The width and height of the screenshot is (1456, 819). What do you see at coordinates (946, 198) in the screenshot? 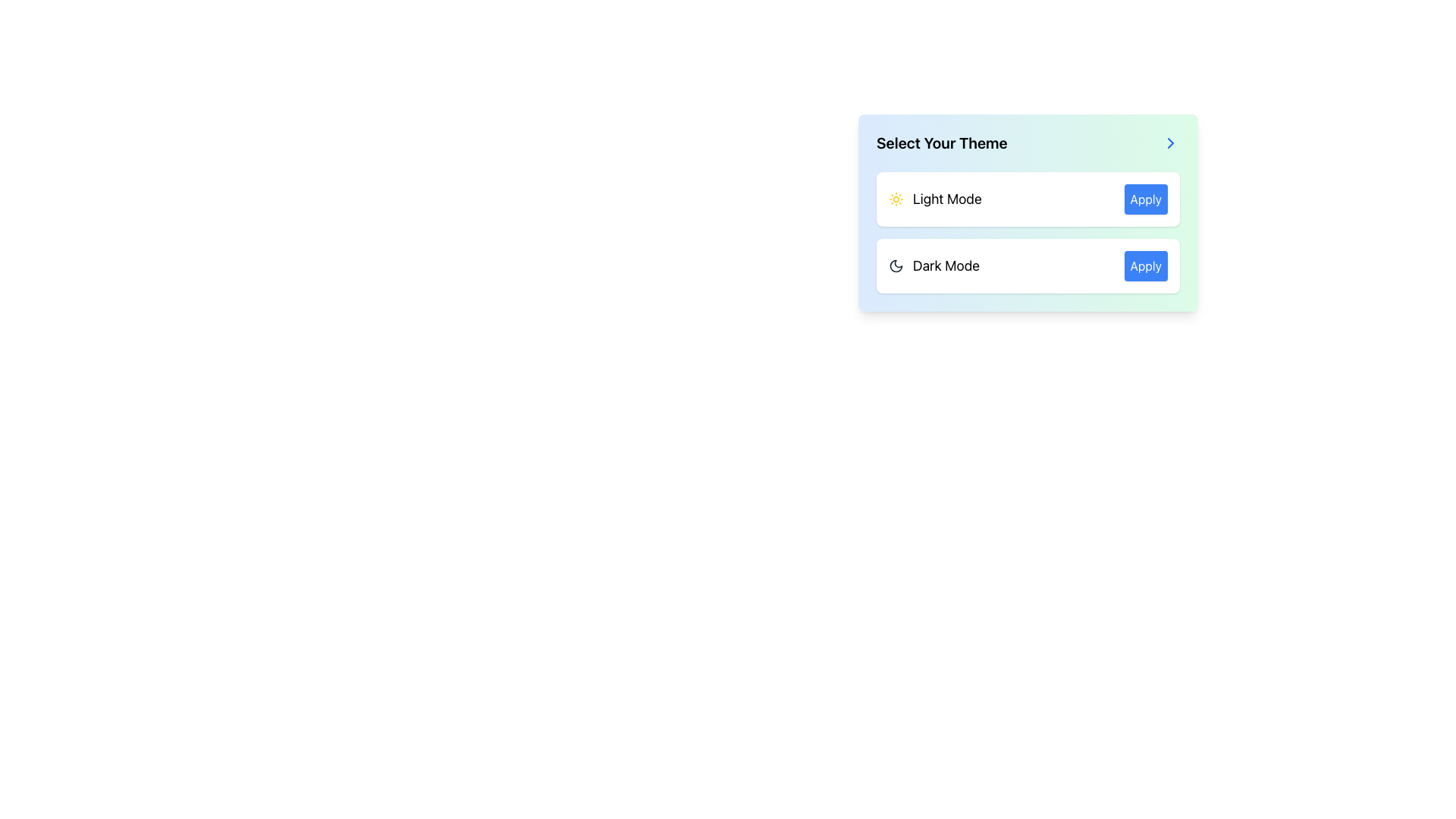
I see `the 'Light Mode' text label, which is located in the upper section of the 'Select Your Theme' panel, positioned to the right of the sun icon` at bounding box center [946, 198].